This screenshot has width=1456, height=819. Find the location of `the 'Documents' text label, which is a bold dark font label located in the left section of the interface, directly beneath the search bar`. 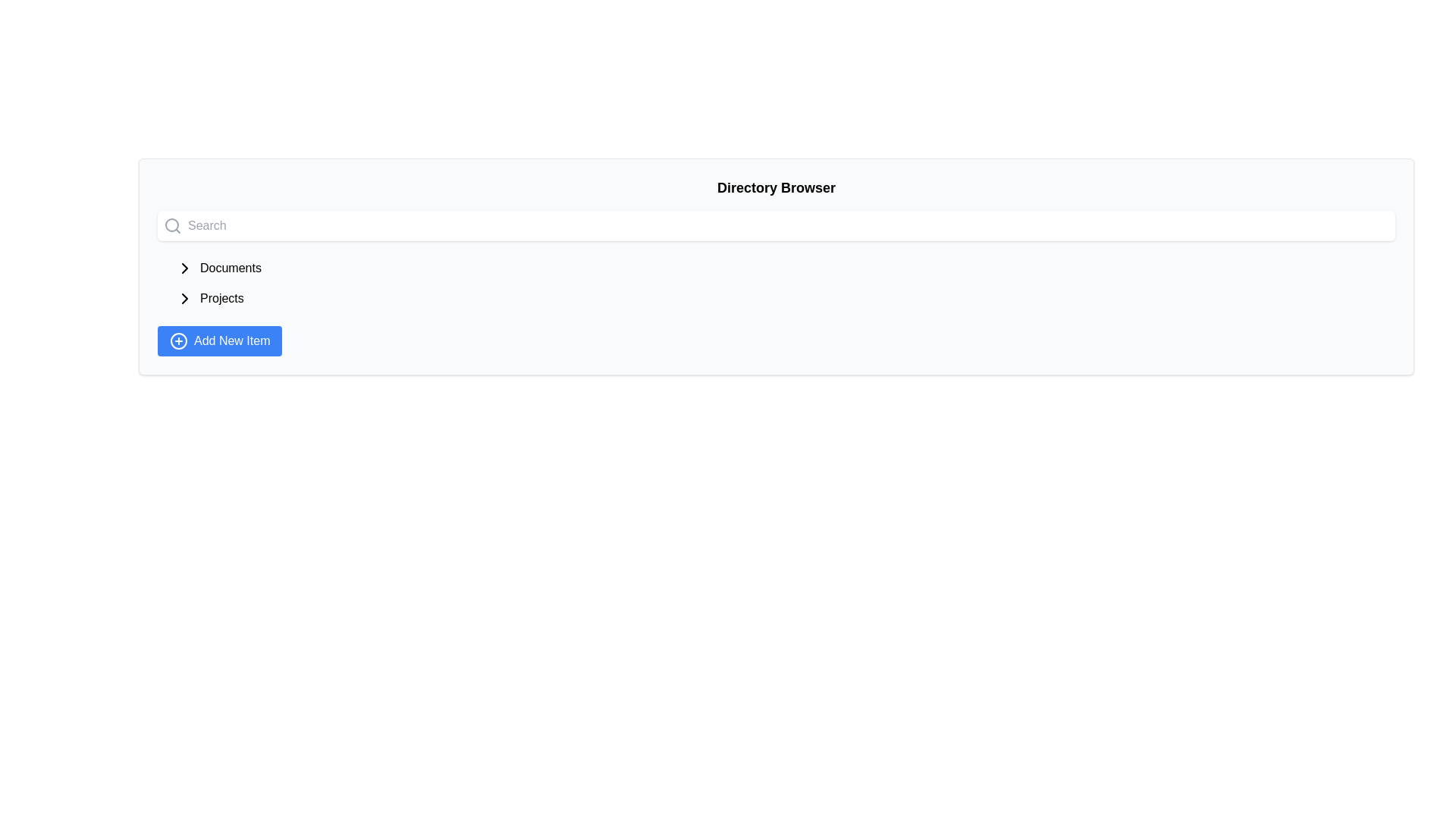

the 'Documents' text label, which is a bold dark font label located in the left section of the interface, directly beneath the search bar is located at coordinates (230, 268).